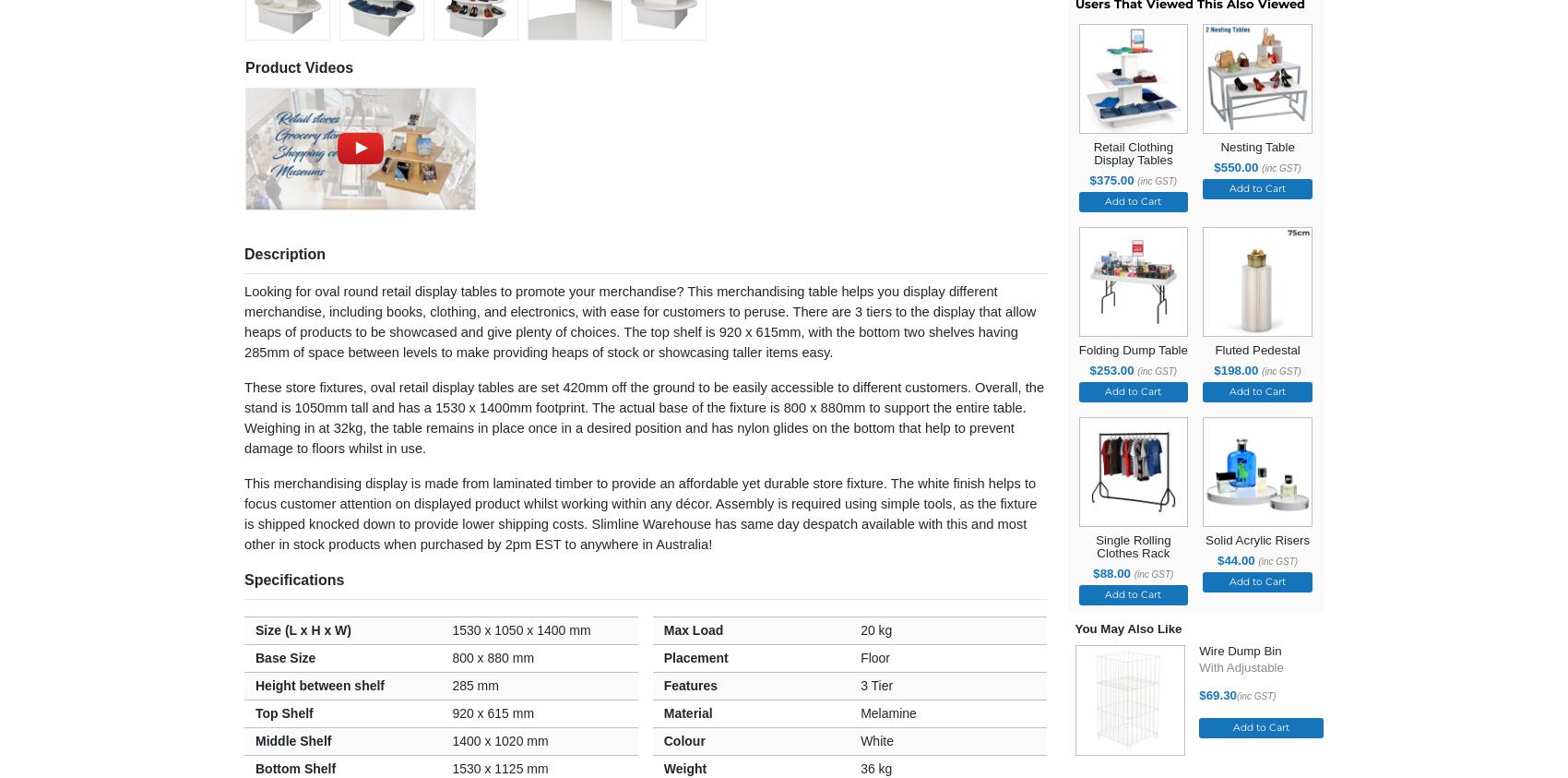 The width and height of the screenshot is (1568, 778). Describe the element at coordinates (694, 656) in the screenshot. I see `'Placement'` at that location.